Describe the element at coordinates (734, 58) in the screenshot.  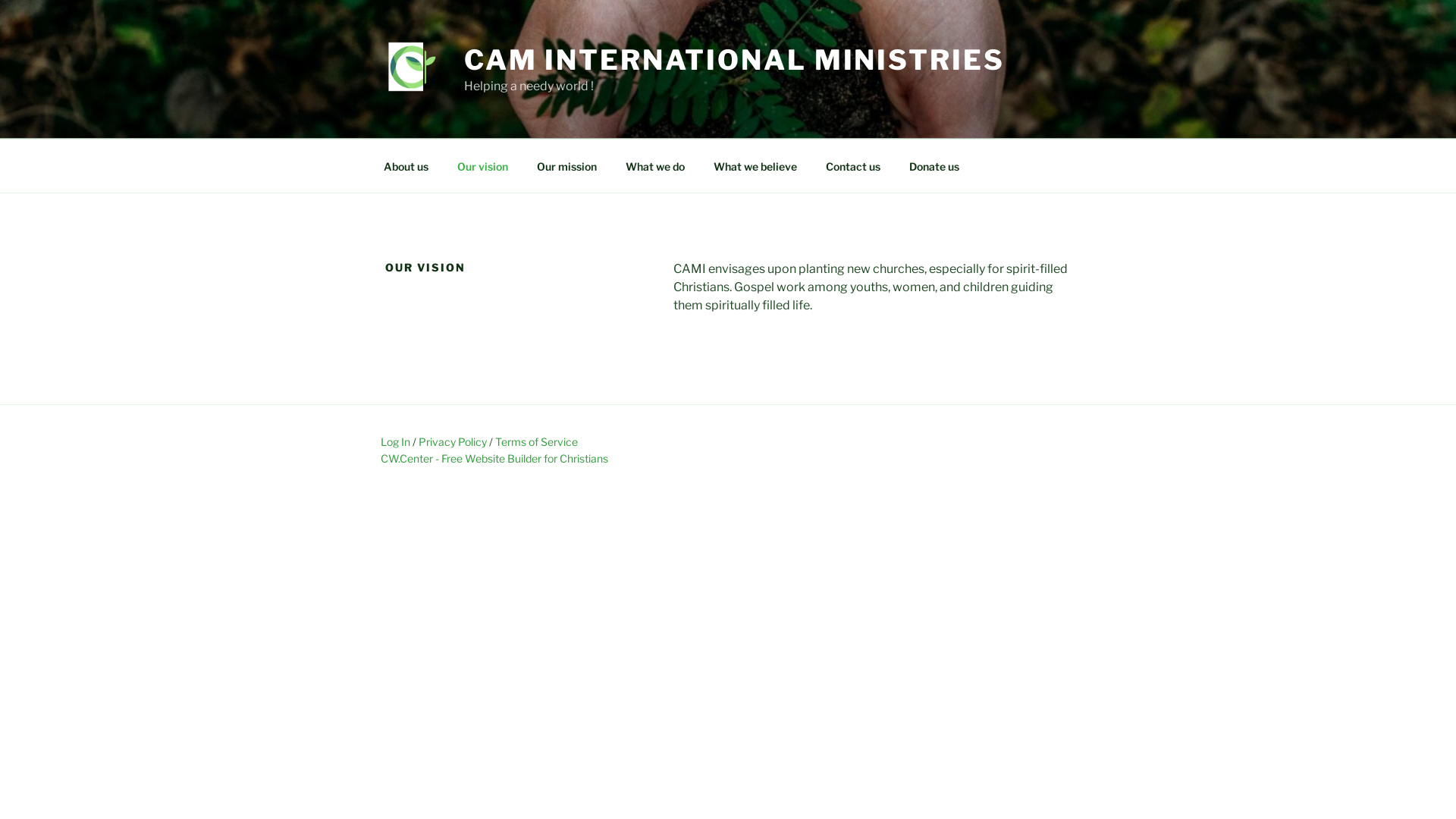
I see `'CAM INTERNATIONAL MINISTRIES'` at that location.